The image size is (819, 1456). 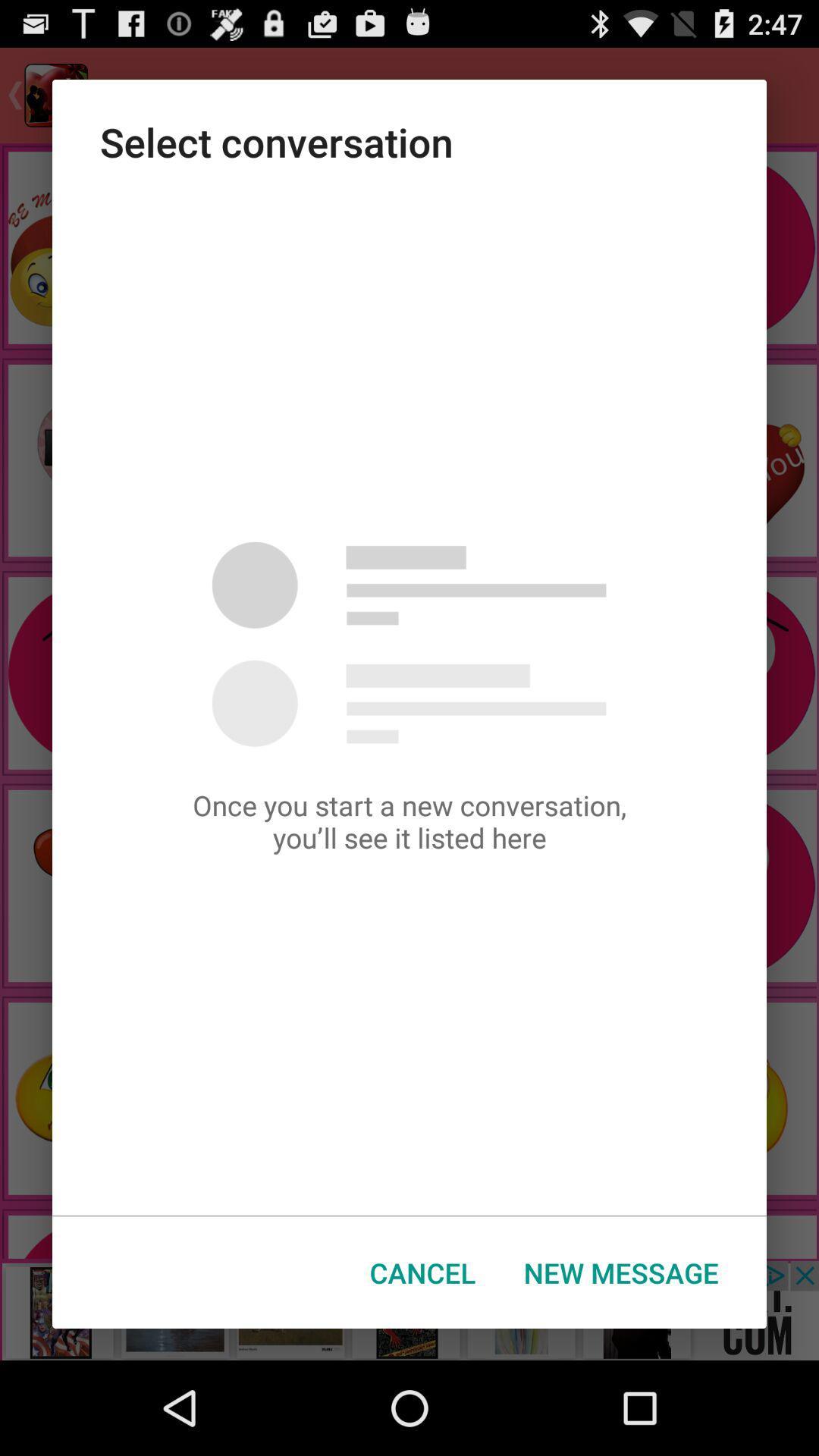 What do you see at coordinates (621, 1272) in the screenshot?
I see `the new message item` at bounding box center [621, 1272].